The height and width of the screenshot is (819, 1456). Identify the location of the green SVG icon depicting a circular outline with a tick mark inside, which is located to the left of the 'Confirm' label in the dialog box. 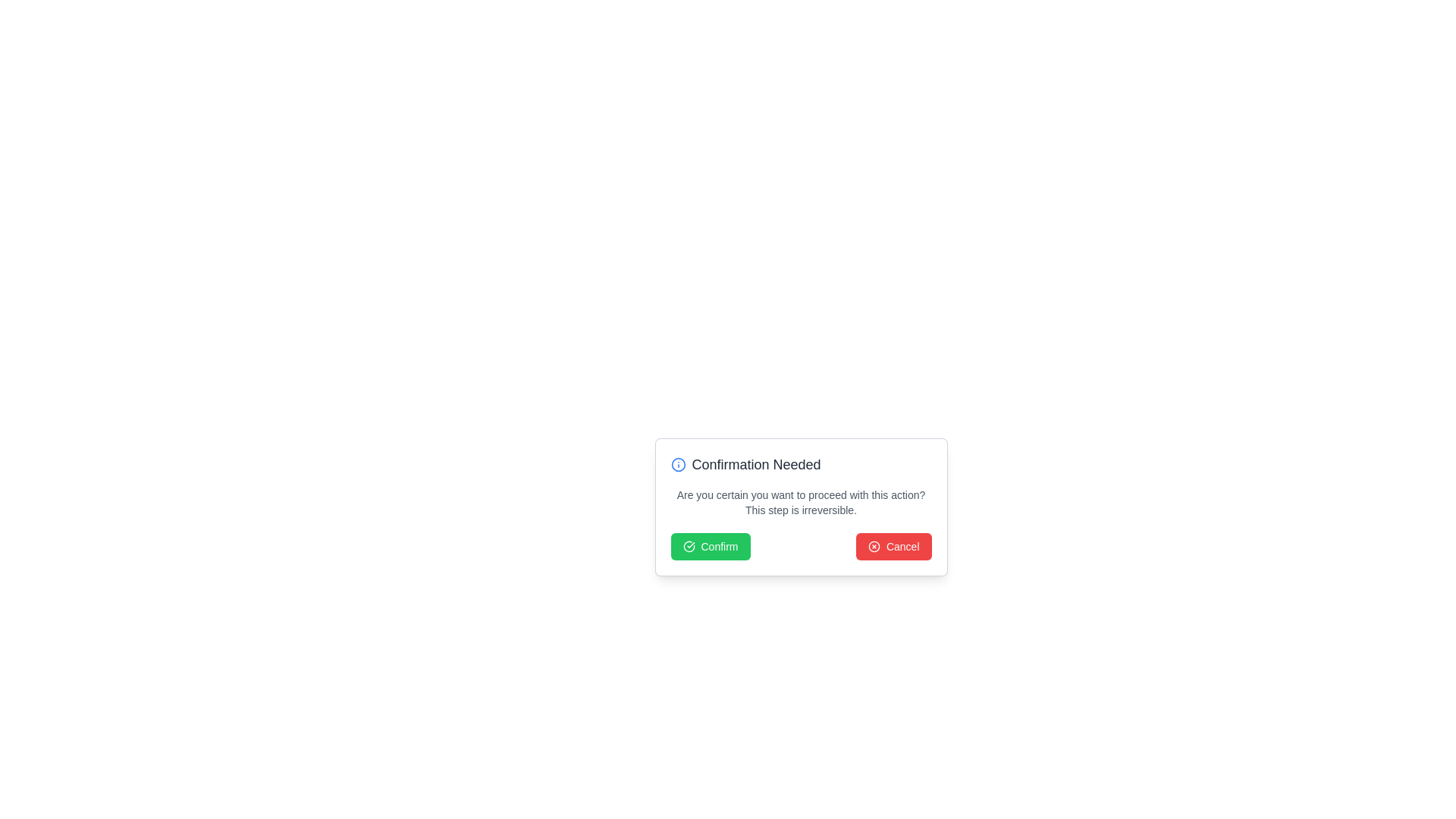
(688, 547).